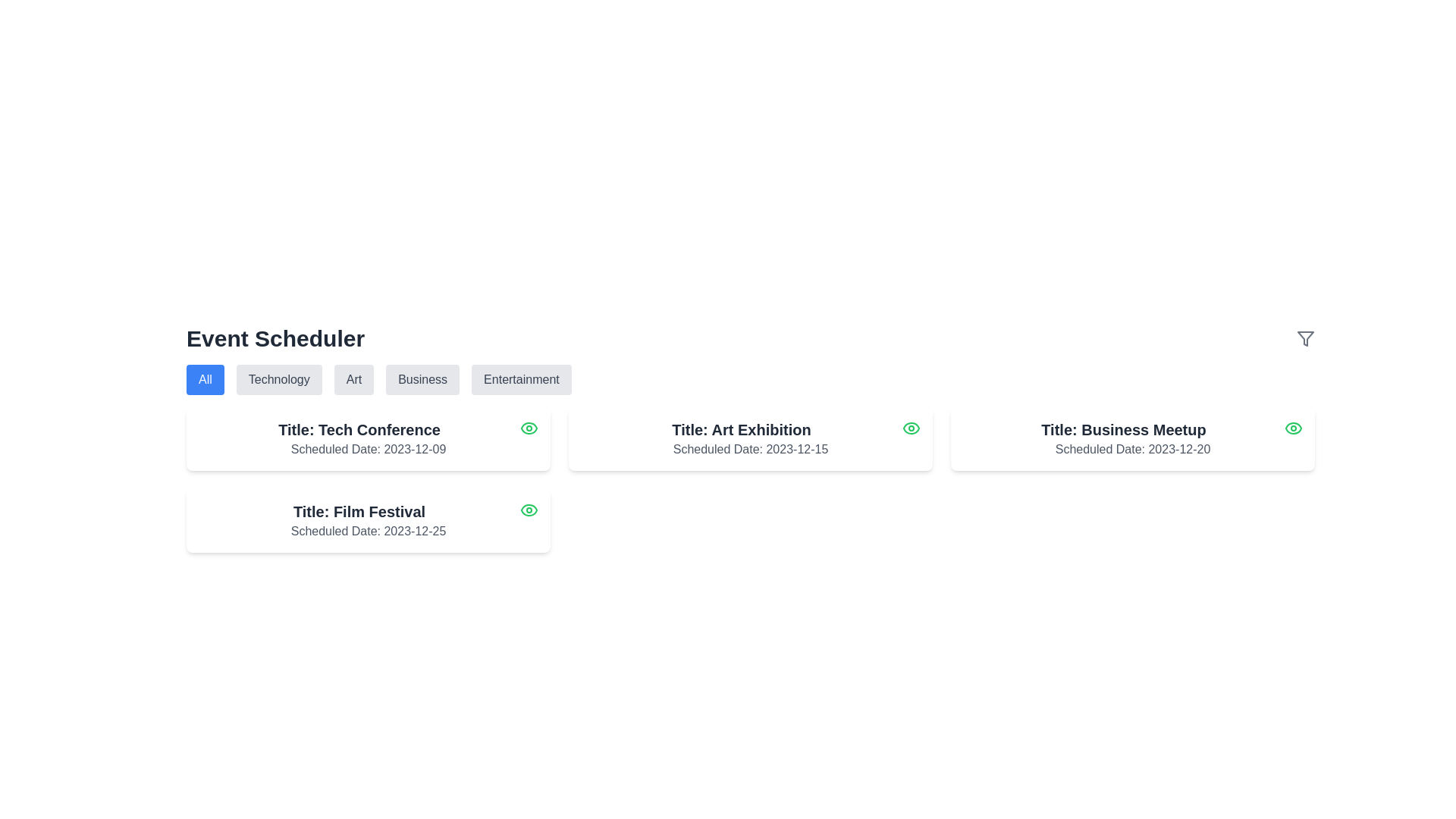 Image resolution: width=1456 pixels, height=819 pixels. I want to click on the minimalist filter icon, represented as an inverted triangle with a narrow stem, located at the top right area of the interface, so click(1305, 338).